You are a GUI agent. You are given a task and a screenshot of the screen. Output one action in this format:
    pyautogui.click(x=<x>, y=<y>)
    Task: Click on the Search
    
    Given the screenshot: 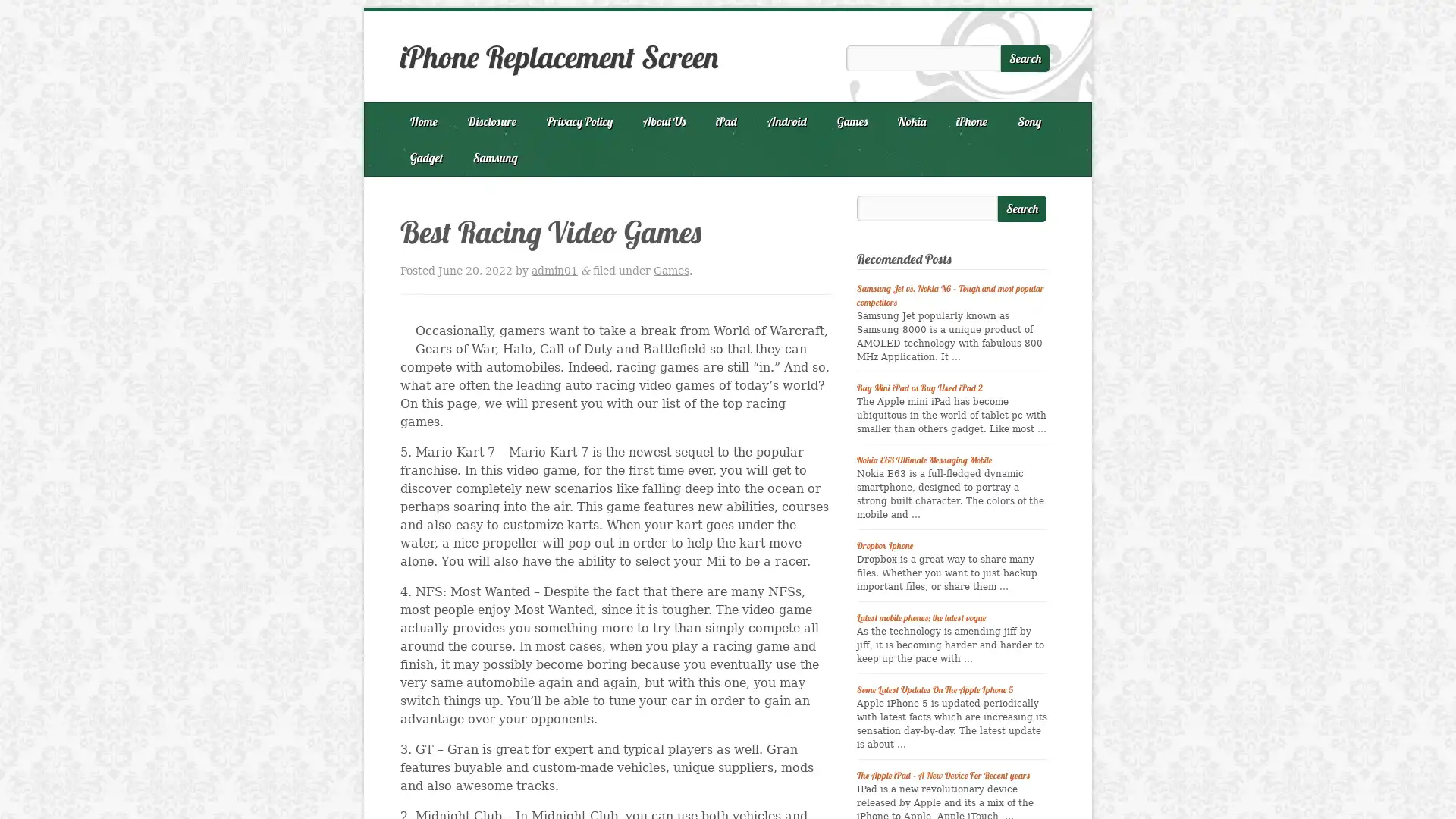 What is the action you would take?
    pyautogui.click(x=1025, y=58)
    